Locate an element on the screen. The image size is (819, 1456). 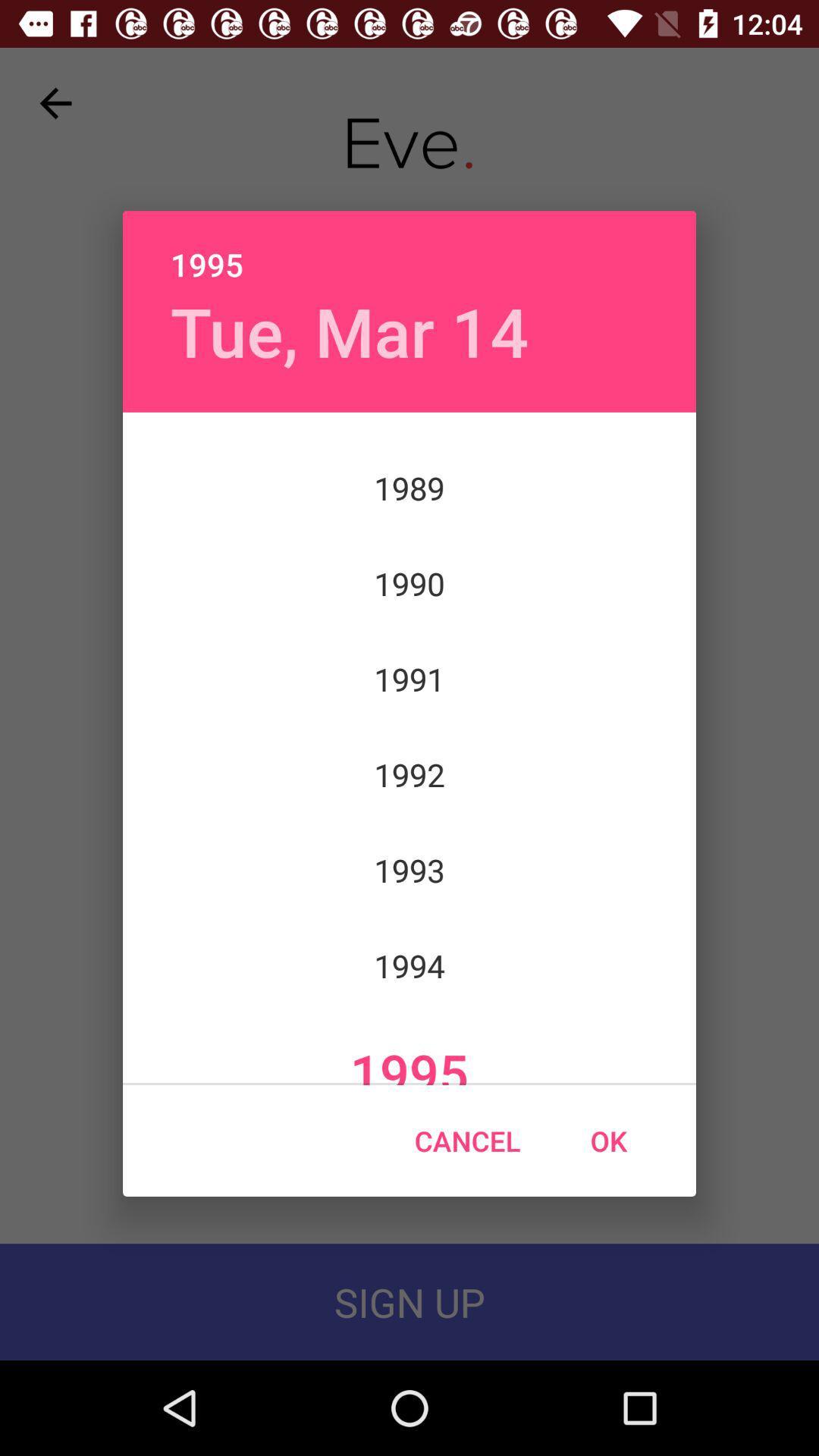
the ok is located at coordinates (607, 1141).